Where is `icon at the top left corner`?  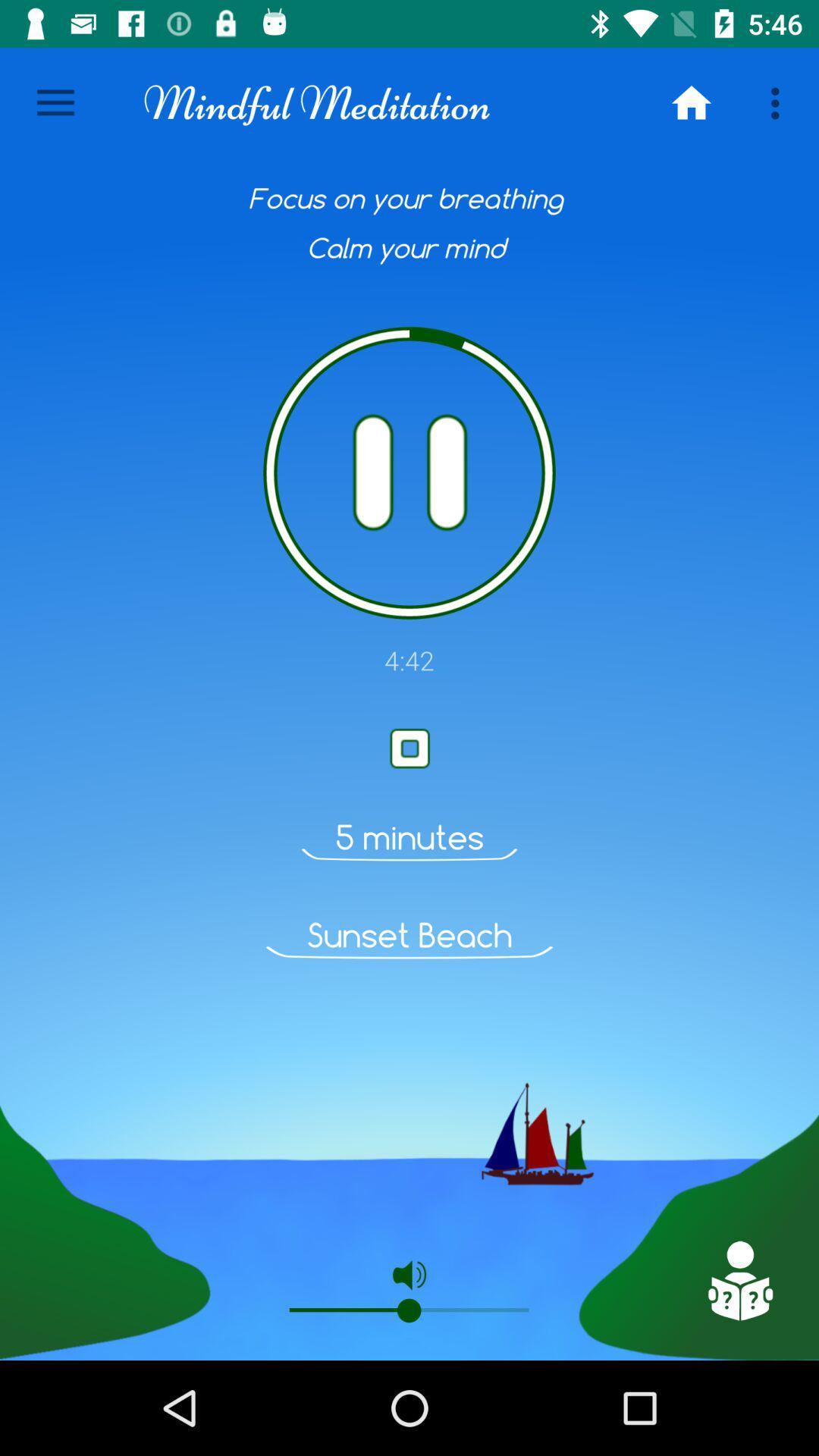
icon at the top left corner is located at coordinates (55, 102).